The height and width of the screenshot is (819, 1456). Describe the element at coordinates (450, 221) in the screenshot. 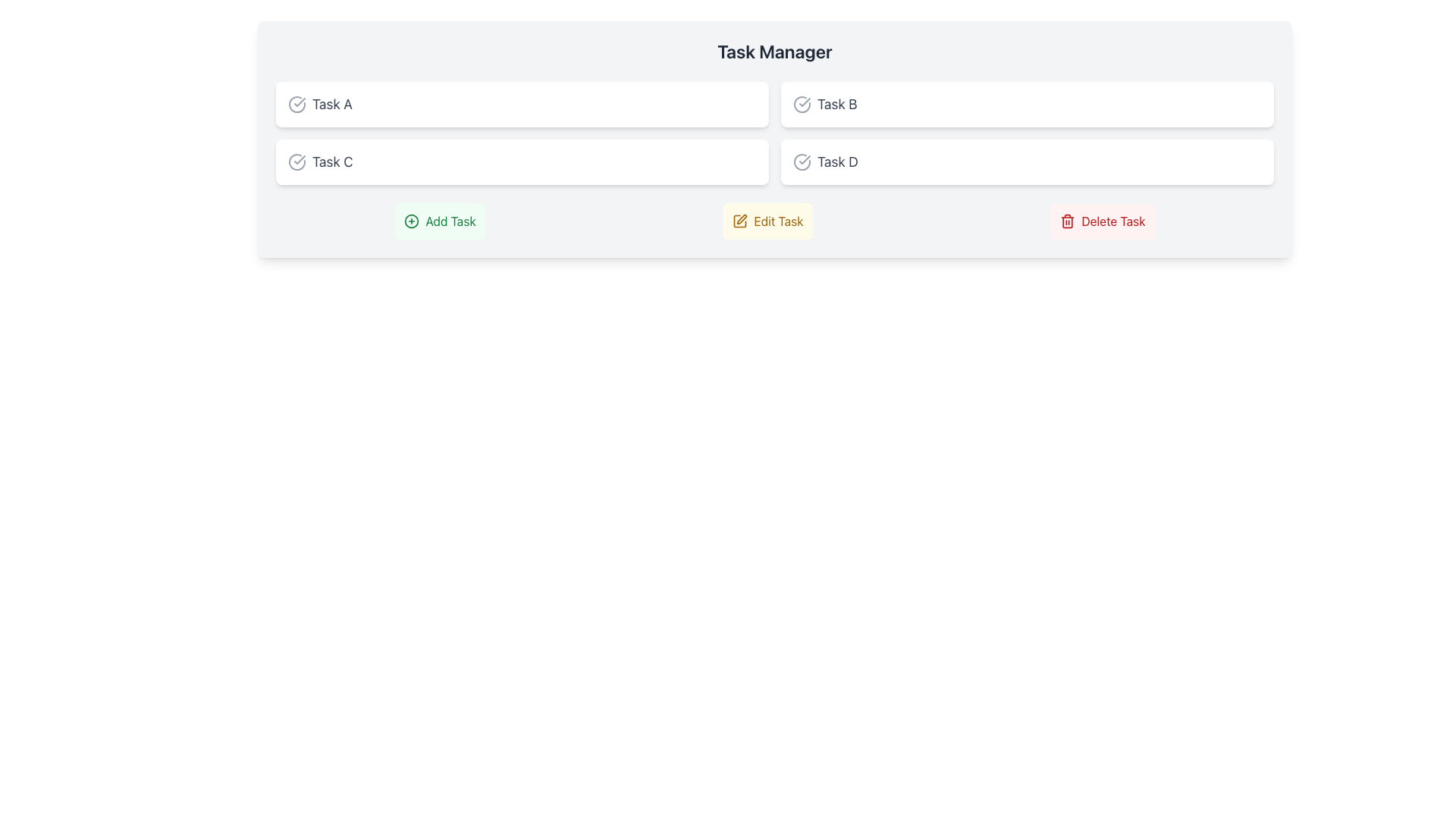

I see `the textual label within the 'Add Task' button, which is visually centered between the green 'Add Task' button and the yellow 'Edit Task' button` at that location.